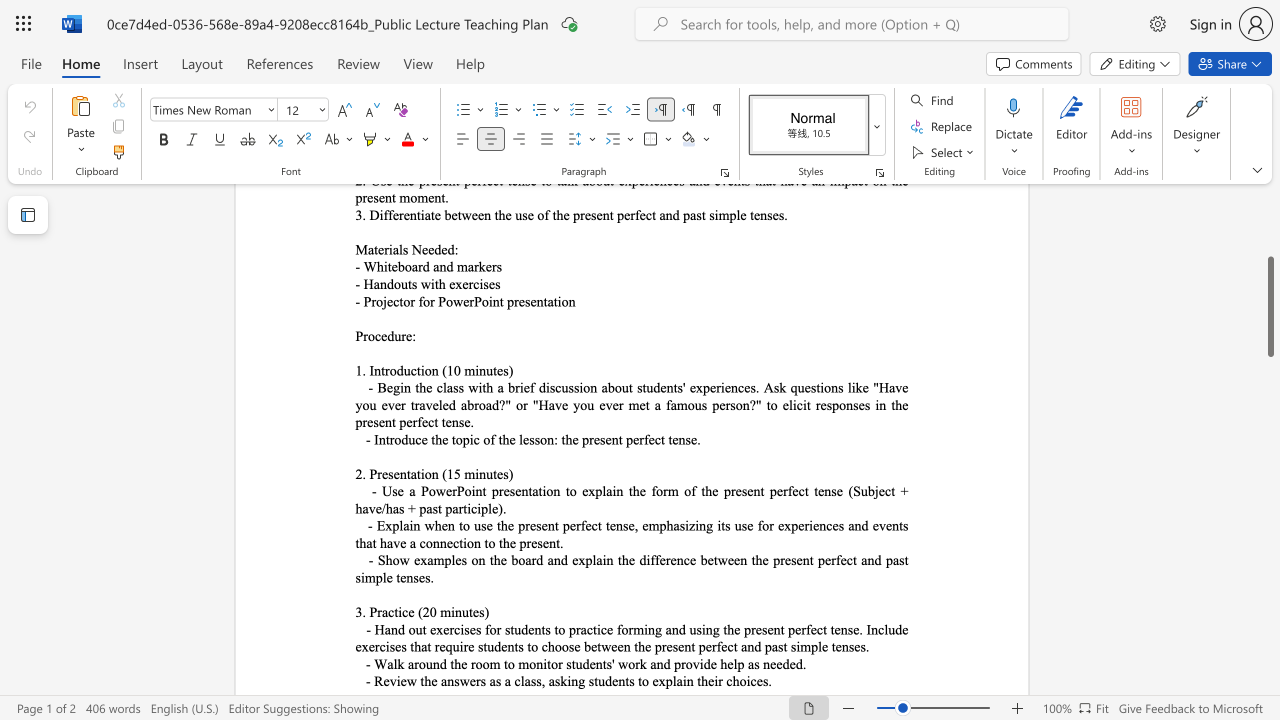 Image resolution: width=1280 pixels, height=720 pixels. Describe the element at coordinates (407, 611) in the screenshot. I see `the subset text "e (20 minu" within the text "3. Practice (20 minutes)"` at that location.